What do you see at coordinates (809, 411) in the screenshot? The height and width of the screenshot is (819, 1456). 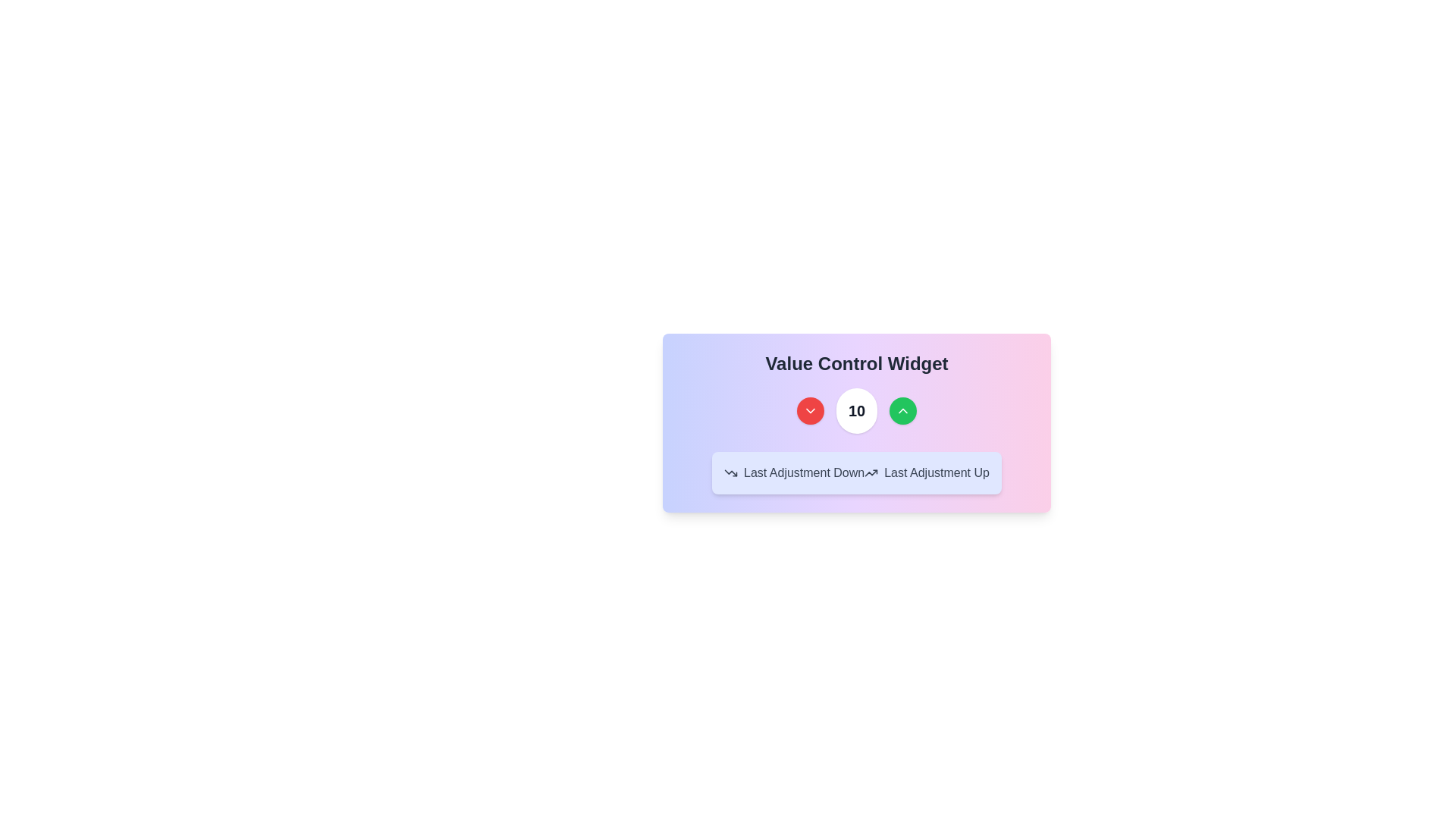 I see `the decrement button located on the leftmost side of the row, which decreases the displayed numeric value when interacted with` at bounding box center [809, 411].